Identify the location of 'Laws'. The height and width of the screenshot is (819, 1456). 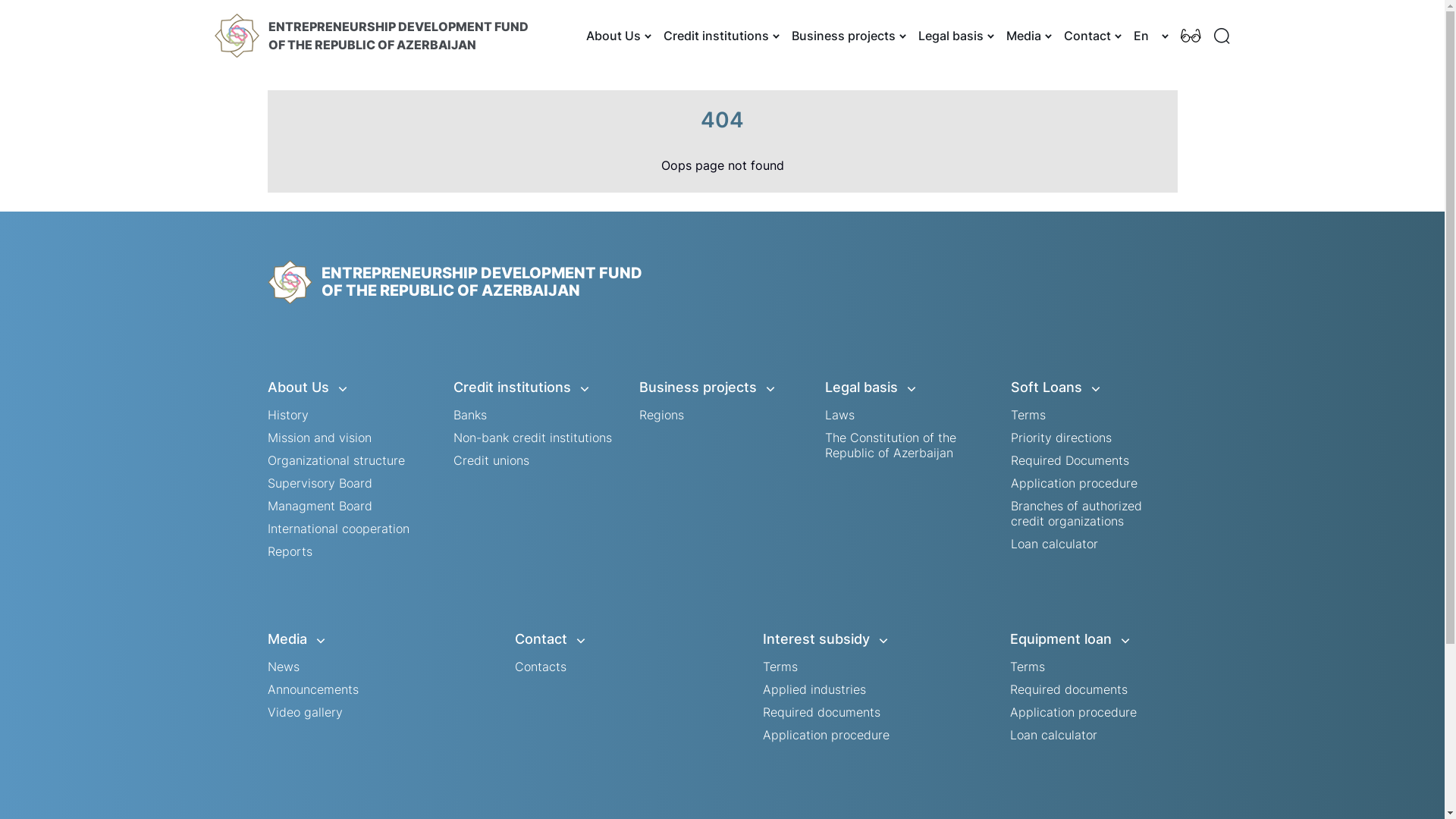
(839, 415).